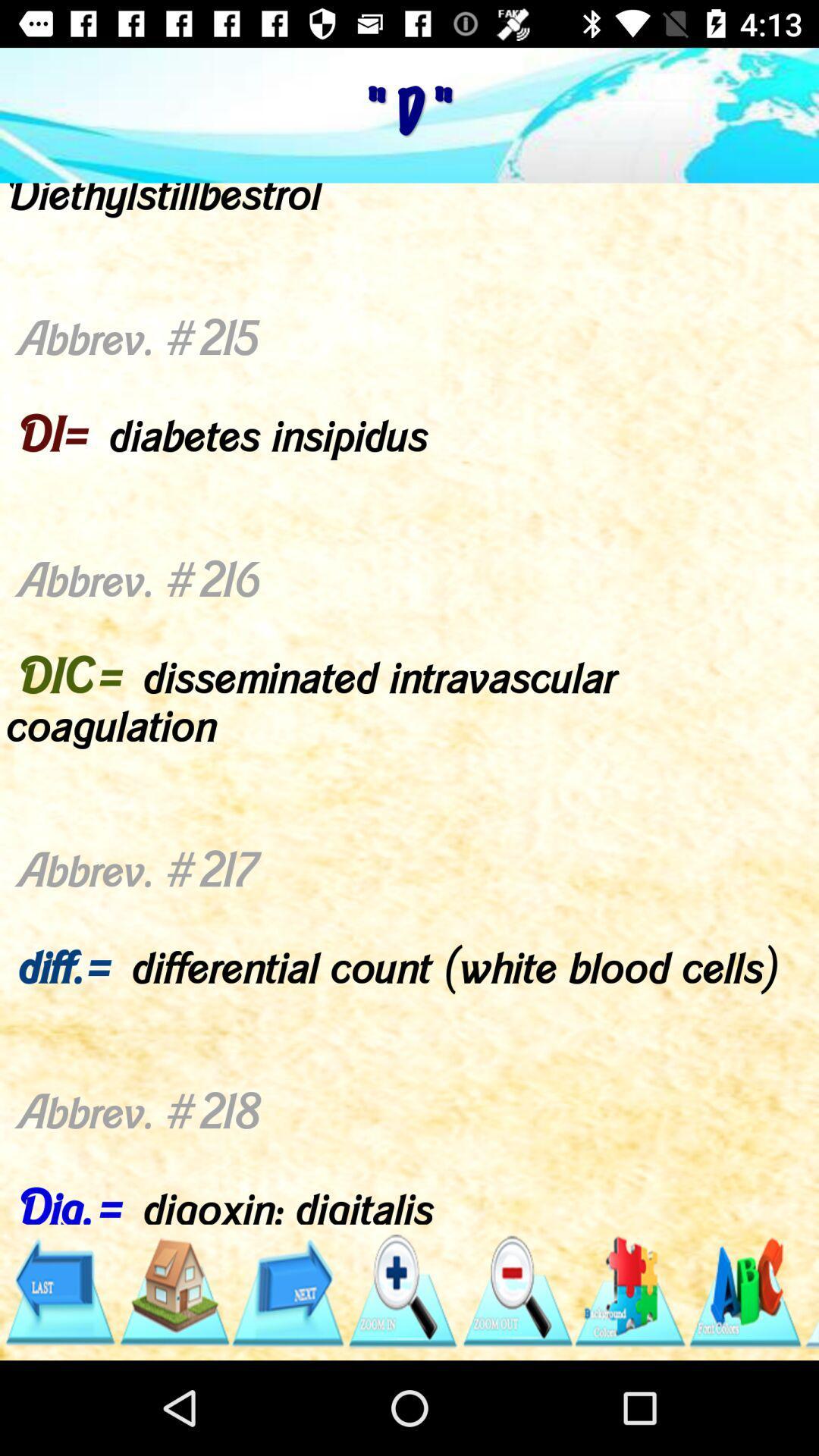  I want to click on icon below abbrev 	209	 	d item, so click(516, 1291).